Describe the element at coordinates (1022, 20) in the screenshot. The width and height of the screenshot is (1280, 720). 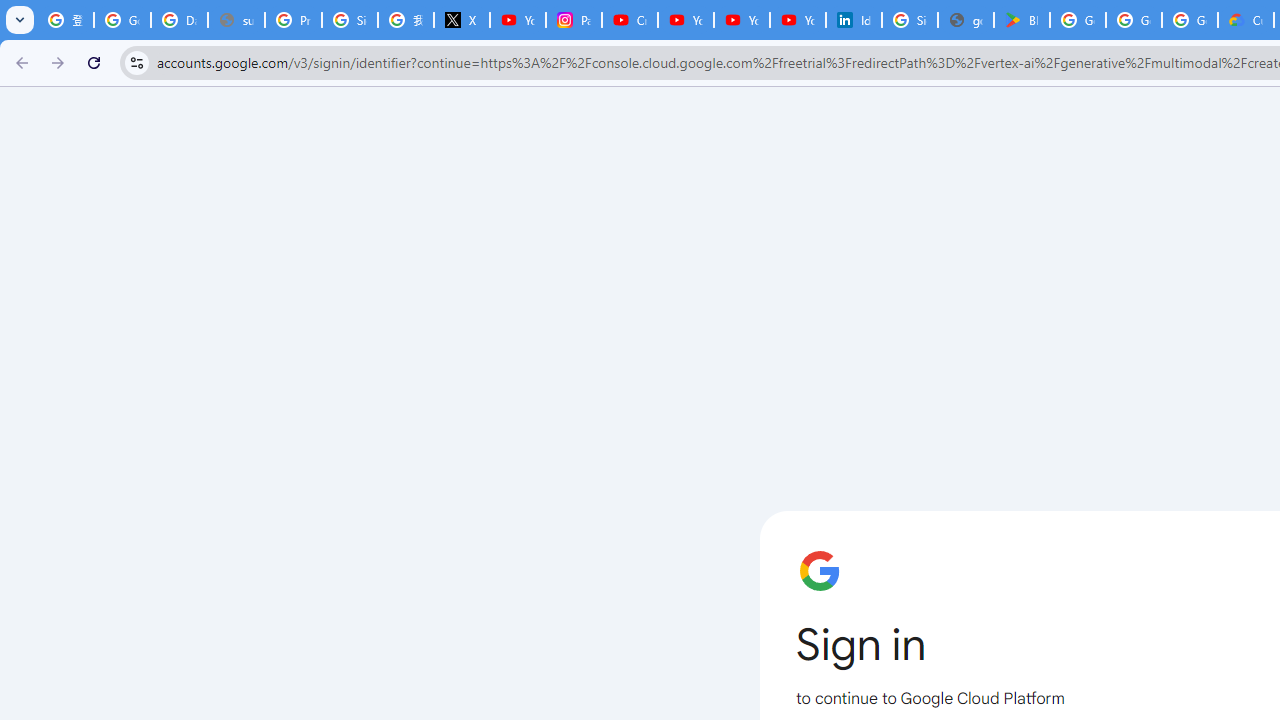
I see `'Bluey: Let'` at that location.